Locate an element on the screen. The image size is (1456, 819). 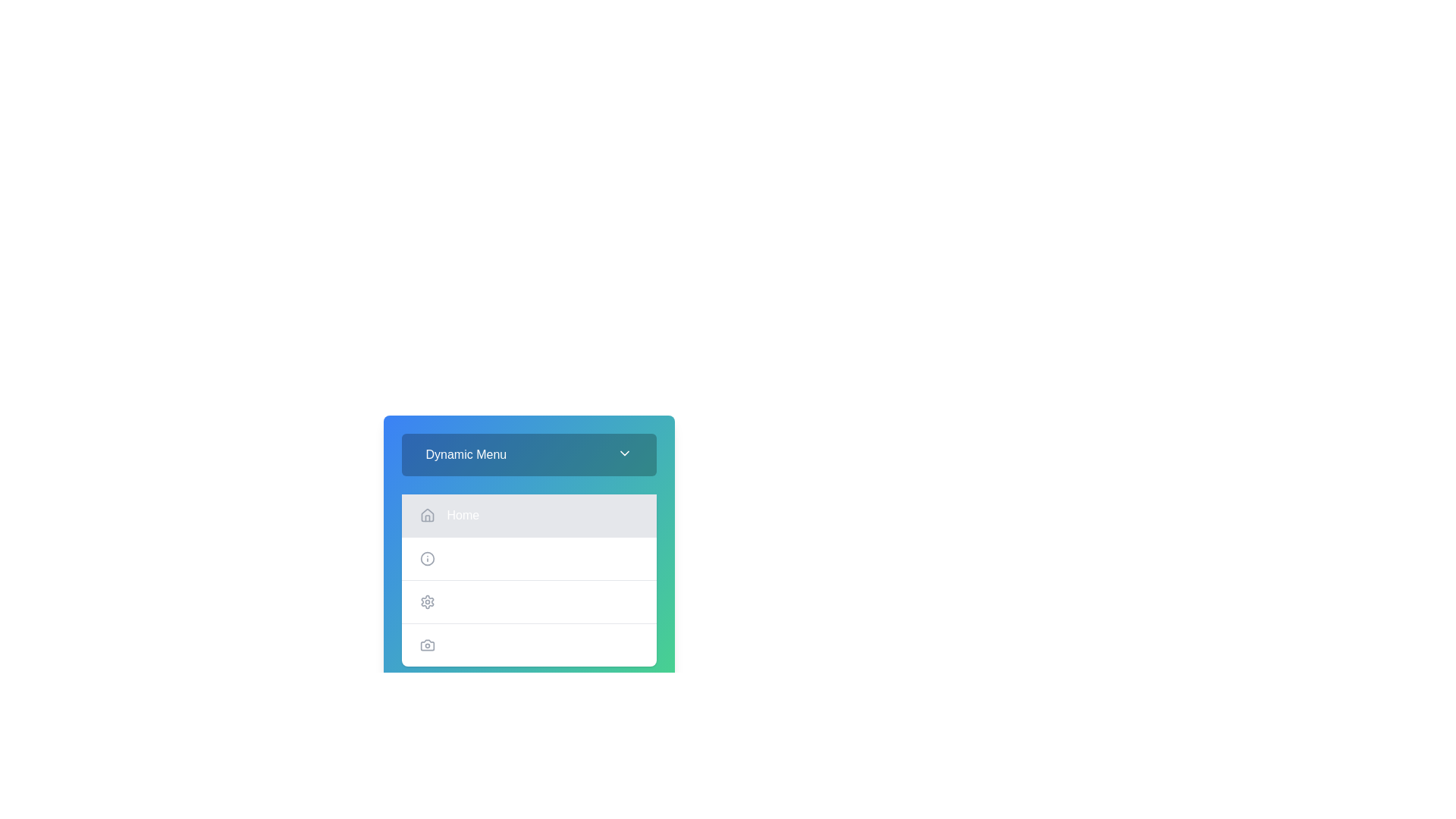
the dropdown menu trigger button located at the top of the section is located at coordinates (529, 454).